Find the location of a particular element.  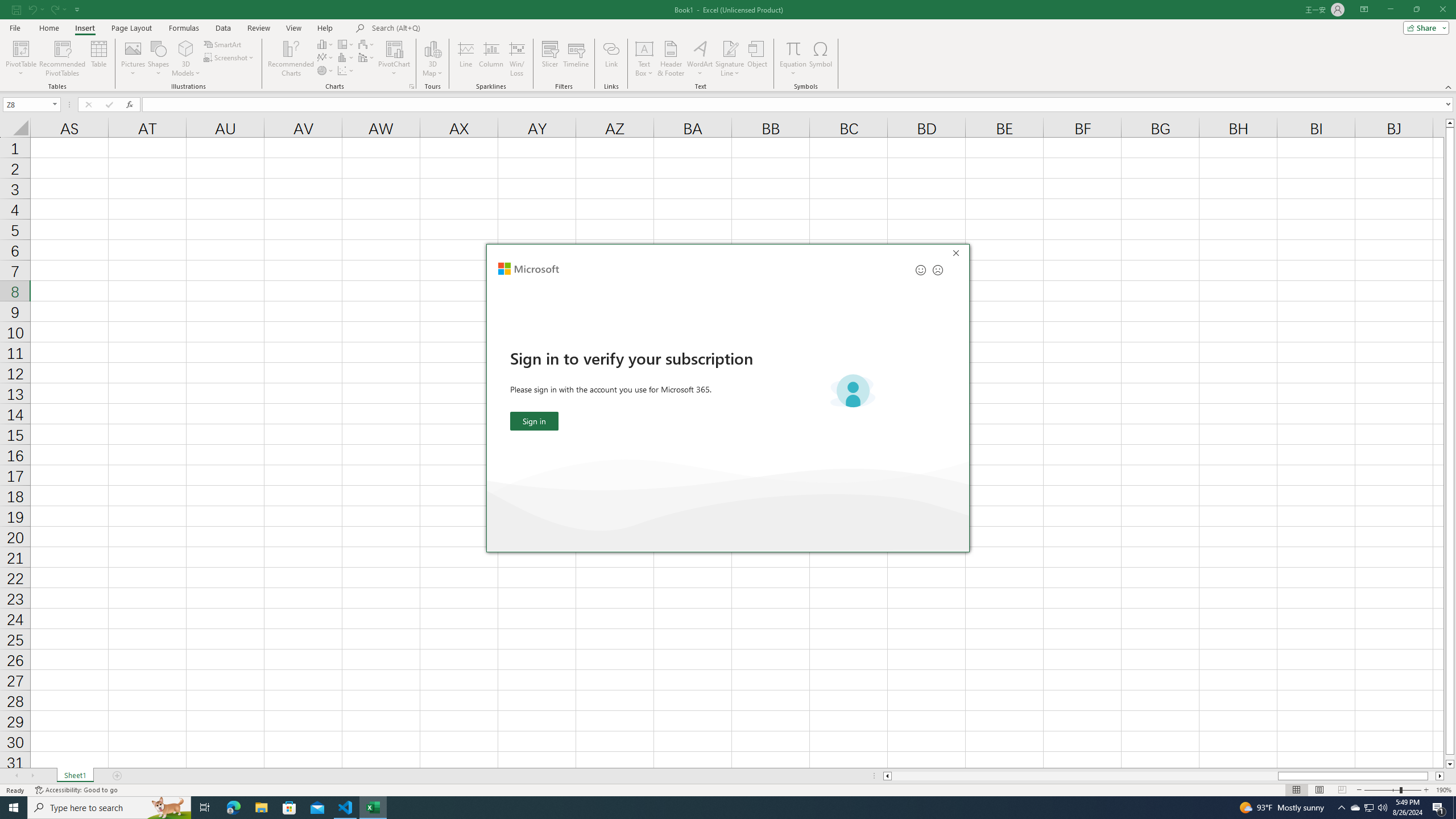

'Send a smile for feedback' is located at coordinates (920, 270).